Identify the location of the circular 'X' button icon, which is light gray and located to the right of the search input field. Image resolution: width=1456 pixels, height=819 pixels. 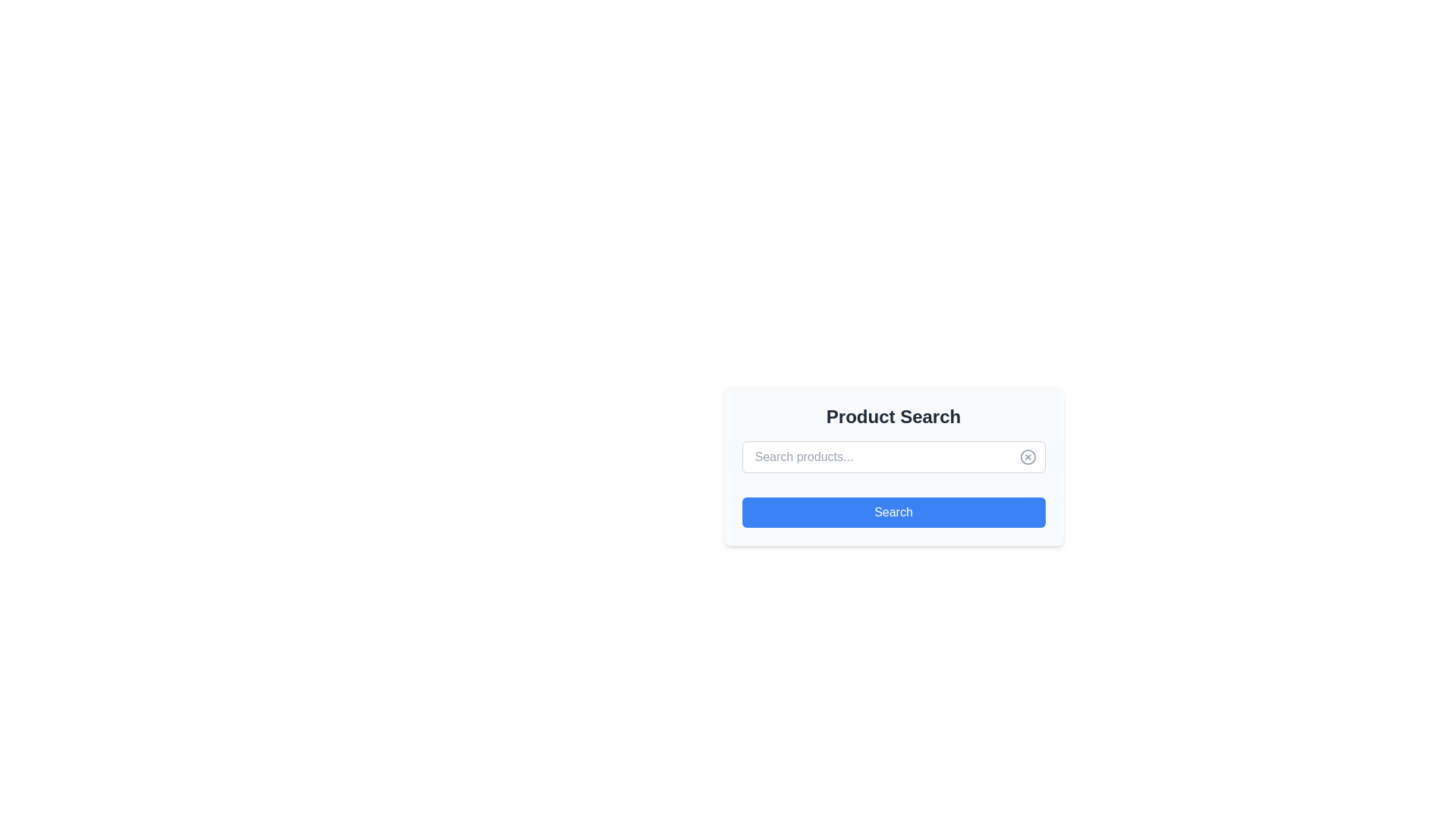
(1028, 456).